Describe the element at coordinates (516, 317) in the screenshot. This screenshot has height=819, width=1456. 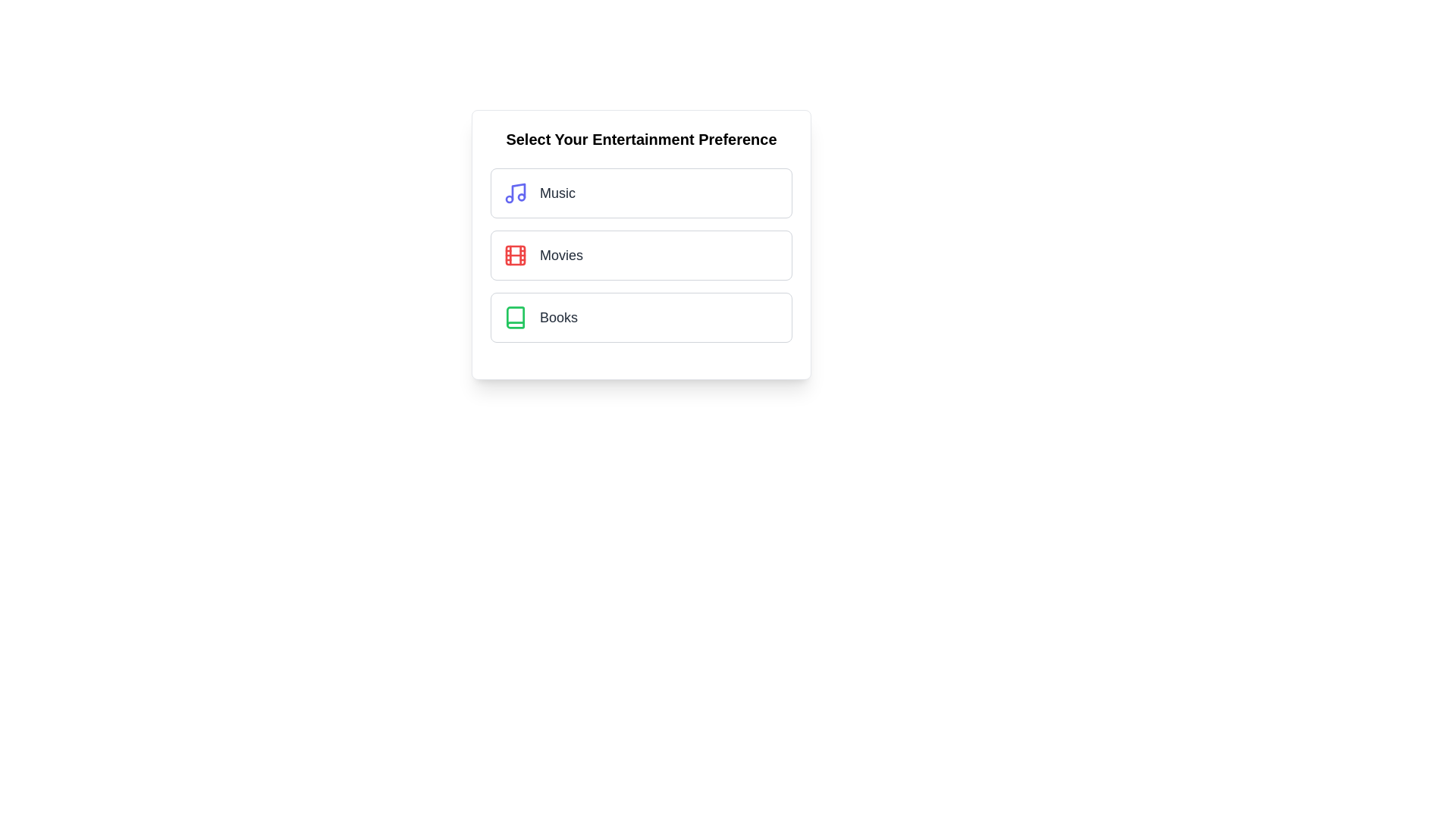
I see `the 'Books' icon in the entertainment preferences list` at that location.